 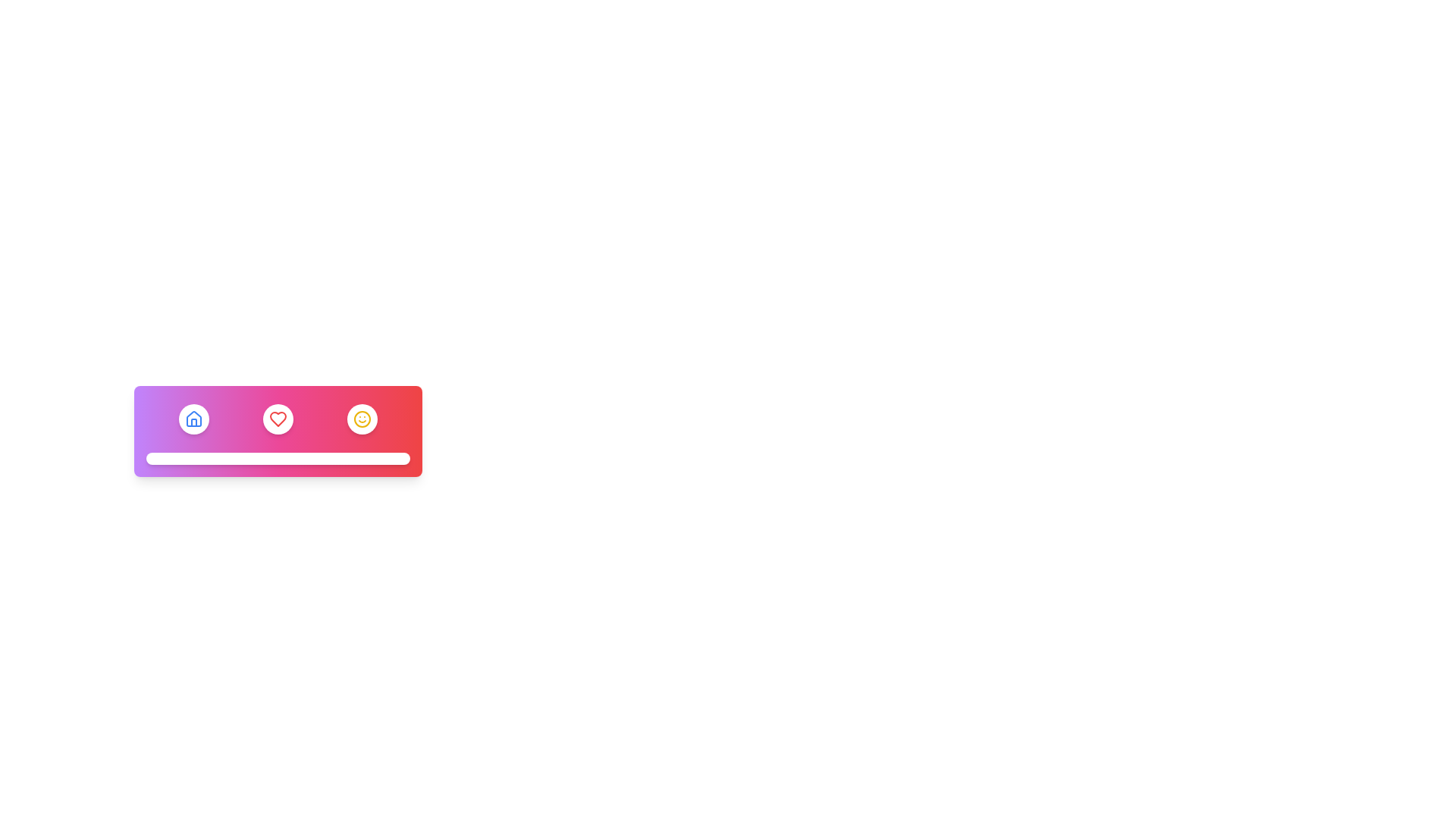 What do you see at coordinates (278, 419) in the screenshot?
I see `the heart icon located centrally on the bottom bar of the interface` at bounding box center [278, 419].